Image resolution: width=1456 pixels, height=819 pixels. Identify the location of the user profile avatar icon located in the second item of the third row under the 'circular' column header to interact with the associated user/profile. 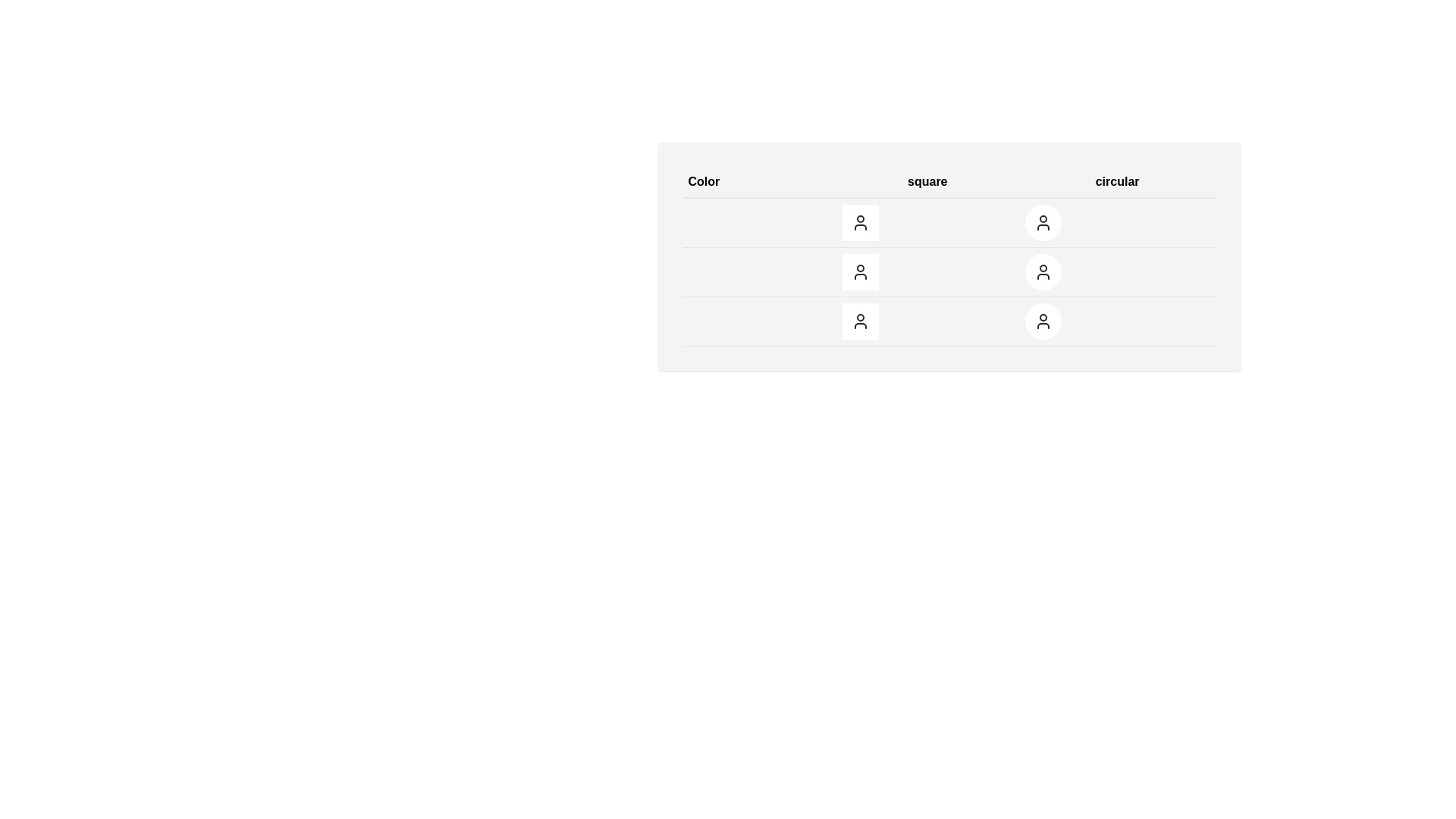
(1041, 271).